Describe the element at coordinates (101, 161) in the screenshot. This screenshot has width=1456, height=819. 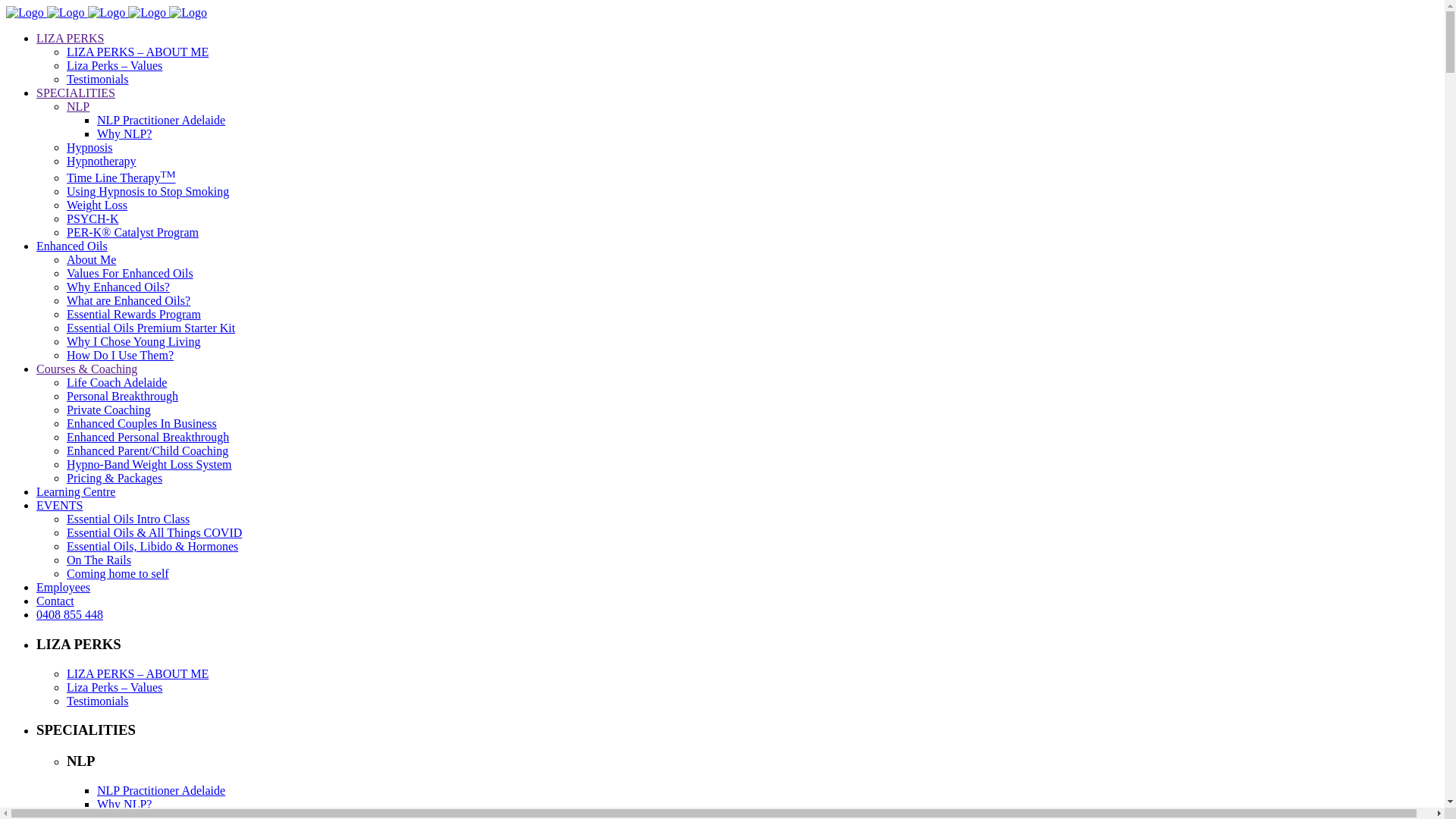
I see `'Hypnotherapy'` at that location.